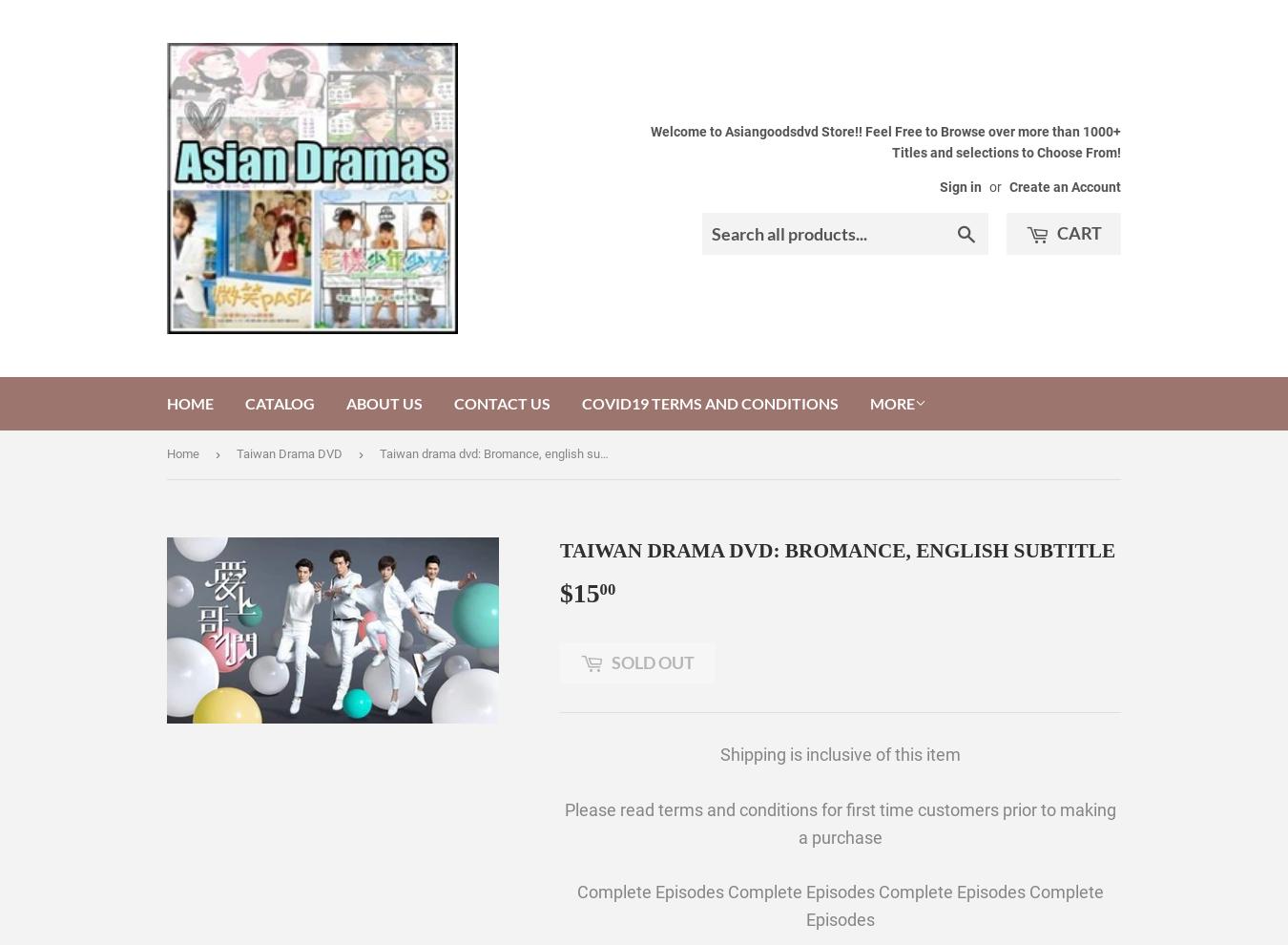  What do you see at coordinates (719, 754) in the screenshot?
I see `'Shipping is inclusive of this item'` at bounding box center [719, 754].